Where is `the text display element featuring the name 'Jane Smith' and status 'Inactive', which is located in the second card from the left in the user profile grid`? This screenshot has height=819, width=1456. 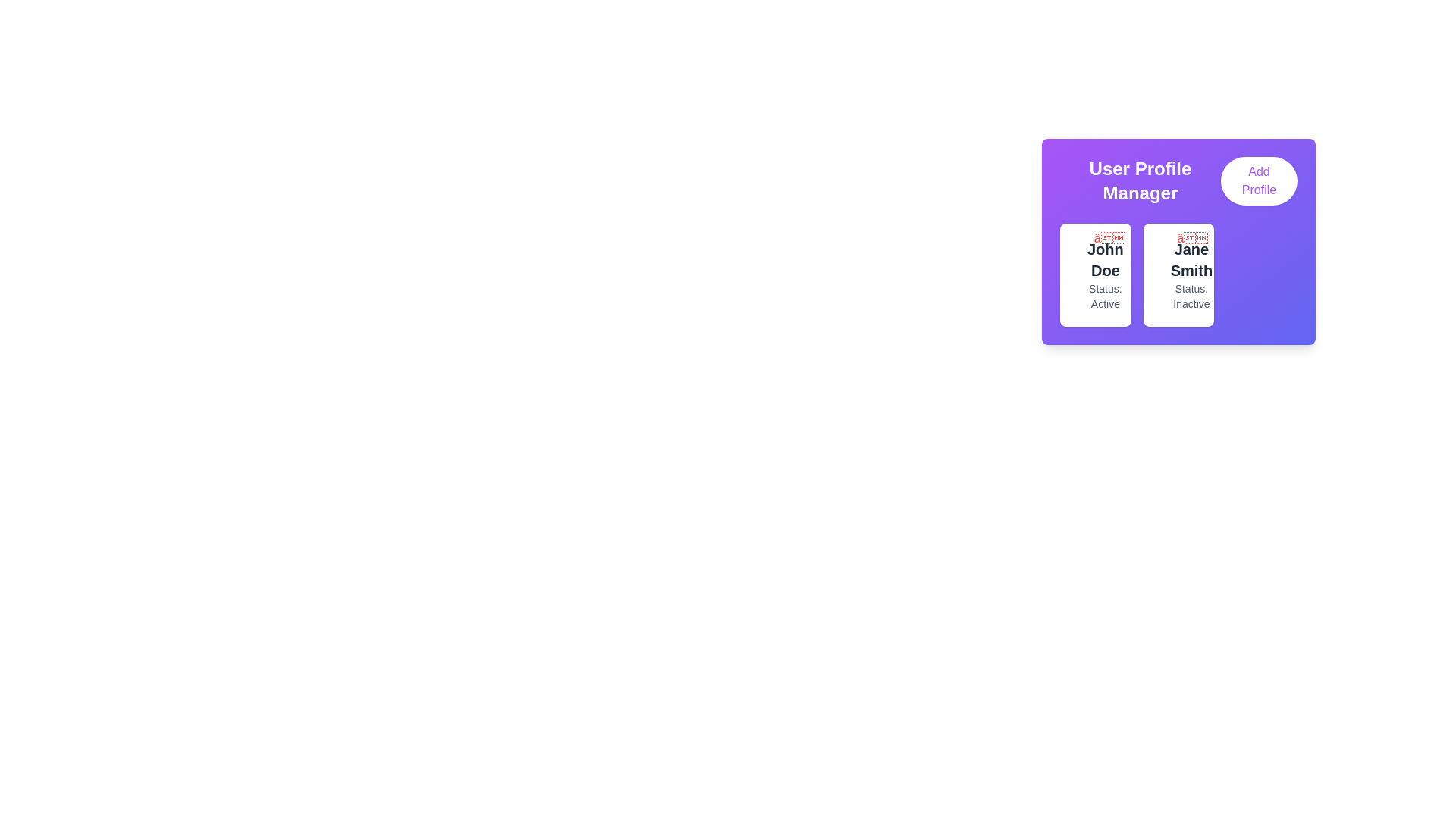
the text display element featuring the name 'Jane Smith' and status 'Inactive', which is located in the second card from the left in the user profile grid is located at coordinates (1191, 275).